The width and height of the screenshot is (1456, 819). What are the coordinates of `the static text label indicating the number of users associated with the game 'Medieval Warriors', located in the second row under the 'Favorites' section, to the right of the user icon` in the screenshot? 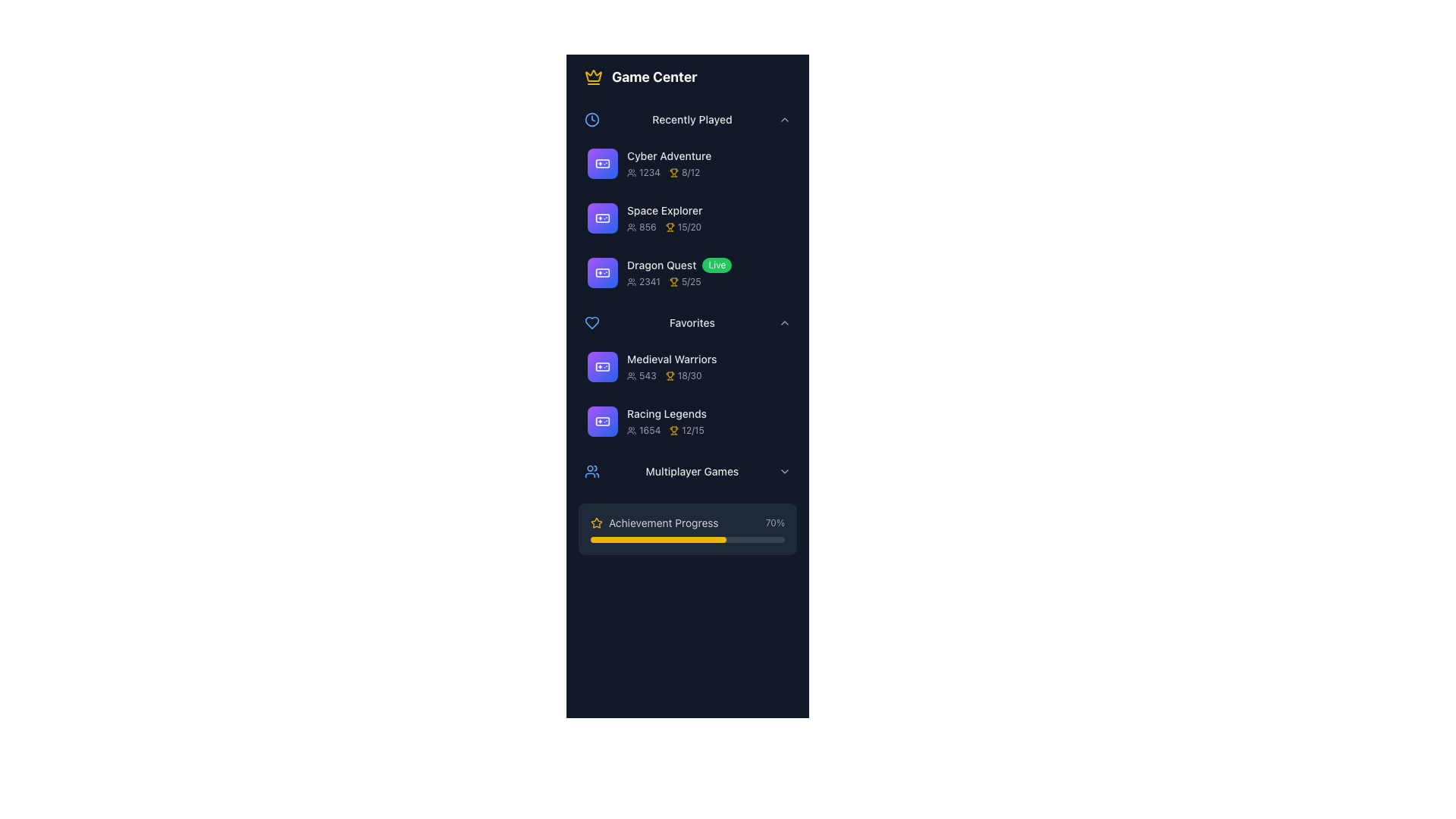 It's located at (648, 375).